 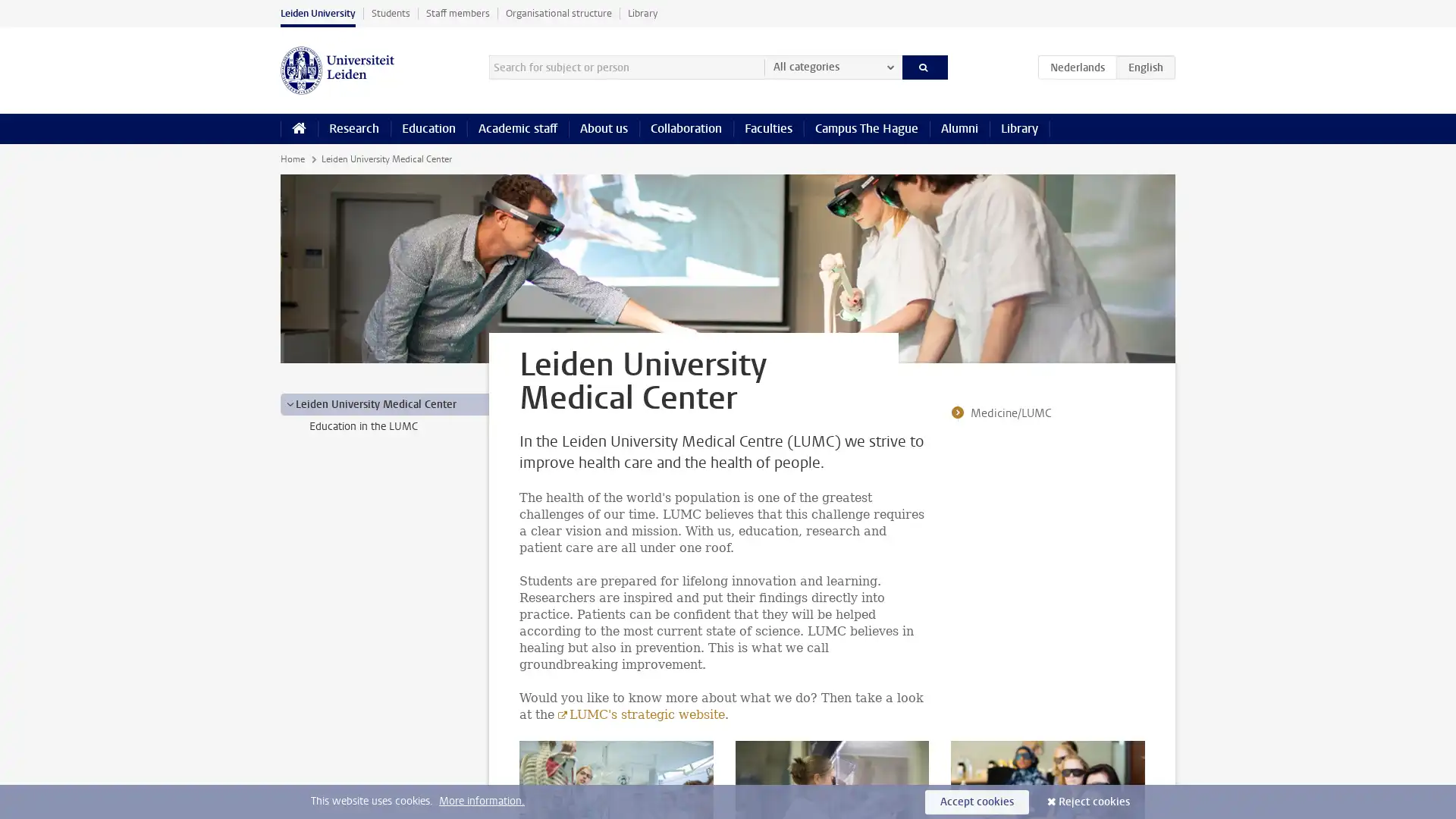 I want to click on Search, so click(x=924, y=66).